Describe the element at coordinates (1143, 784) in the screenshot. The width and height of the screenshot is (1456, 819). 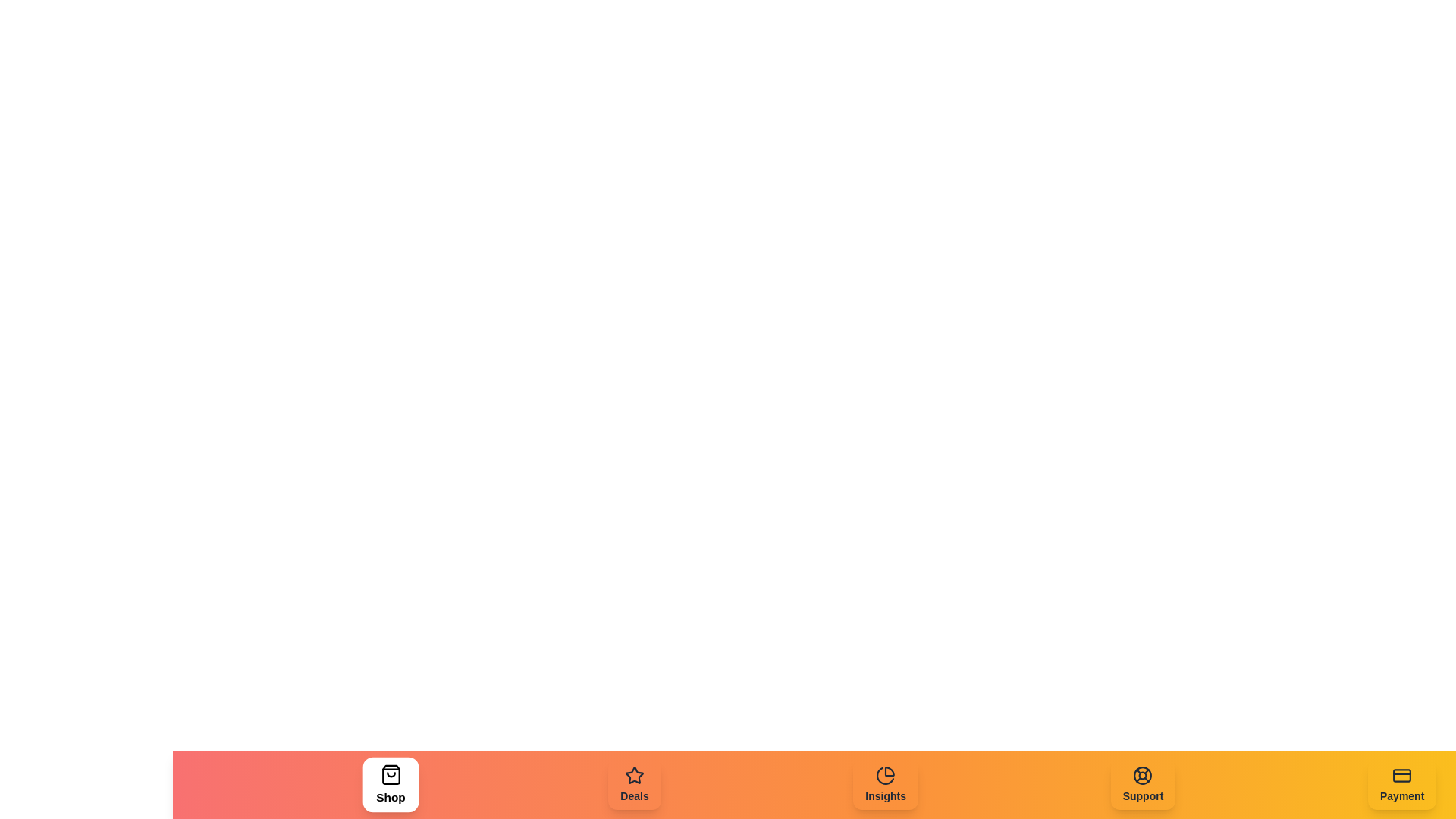
I see `the Support element in the navigation bar` at that location.